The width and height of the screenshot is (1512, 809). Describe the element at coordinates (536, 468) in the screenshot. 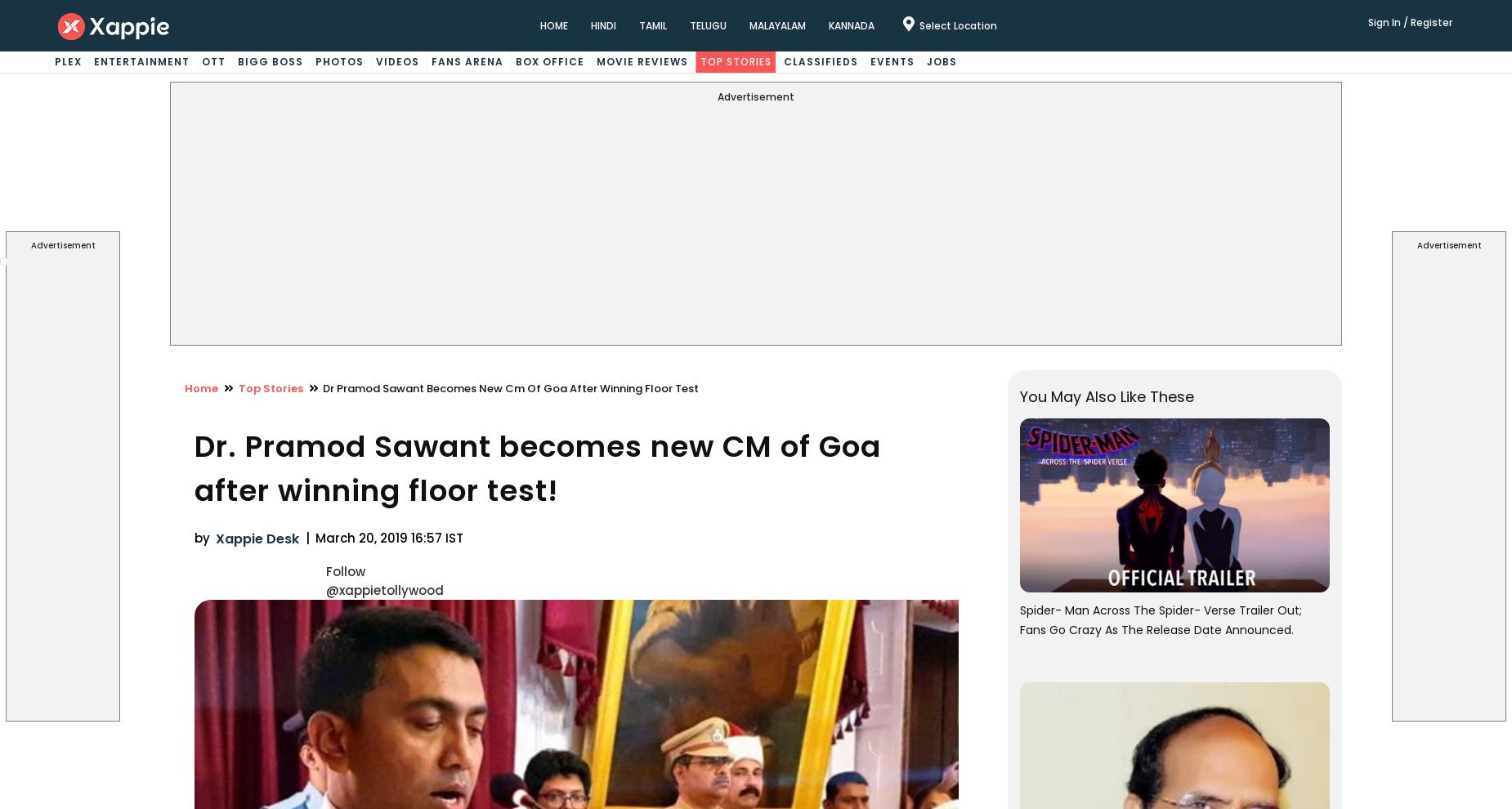

I see `'Dr. Pramod Sawant becomes new CM of Goa after winning floor test!'` at that location.